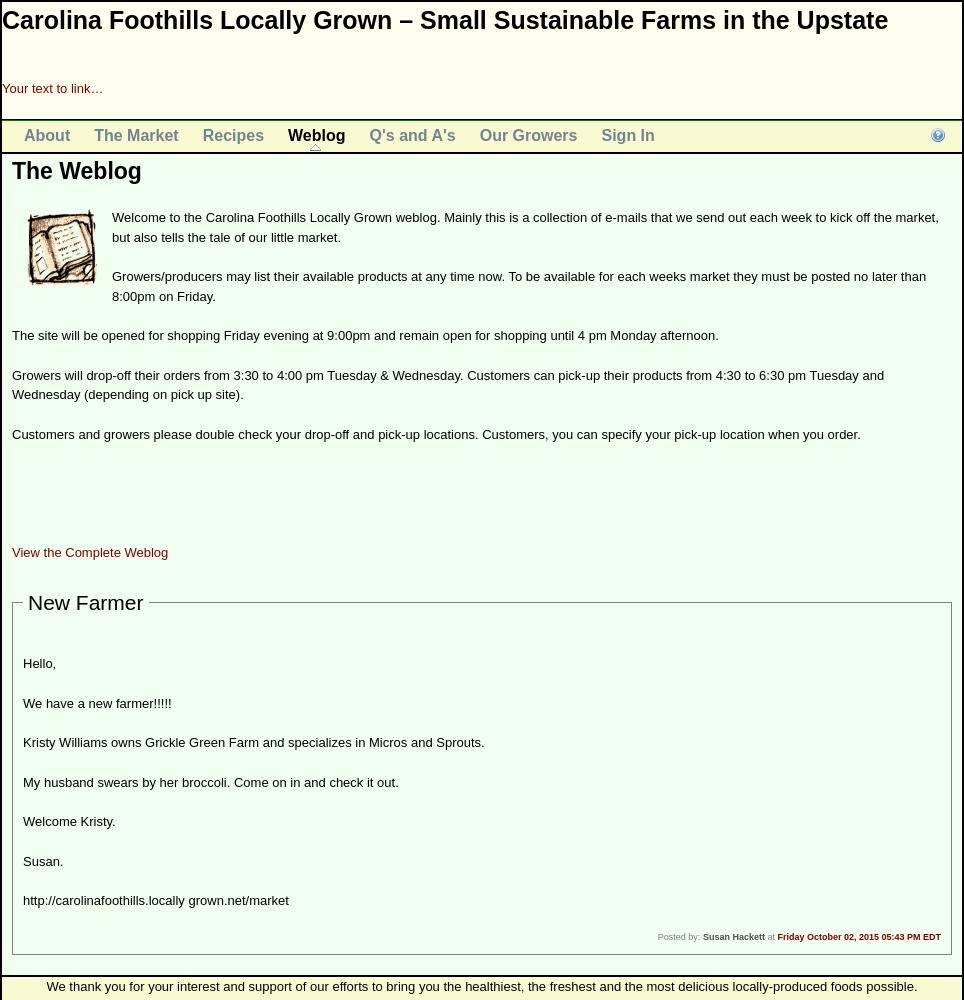 The image size is (964, 1000). Describe the element at coordinates (252, 741) in the screenshot. I see `'Kristy Williams owns Grickle Green Farm and specializes in Micros and Sprouts.'` at that location.